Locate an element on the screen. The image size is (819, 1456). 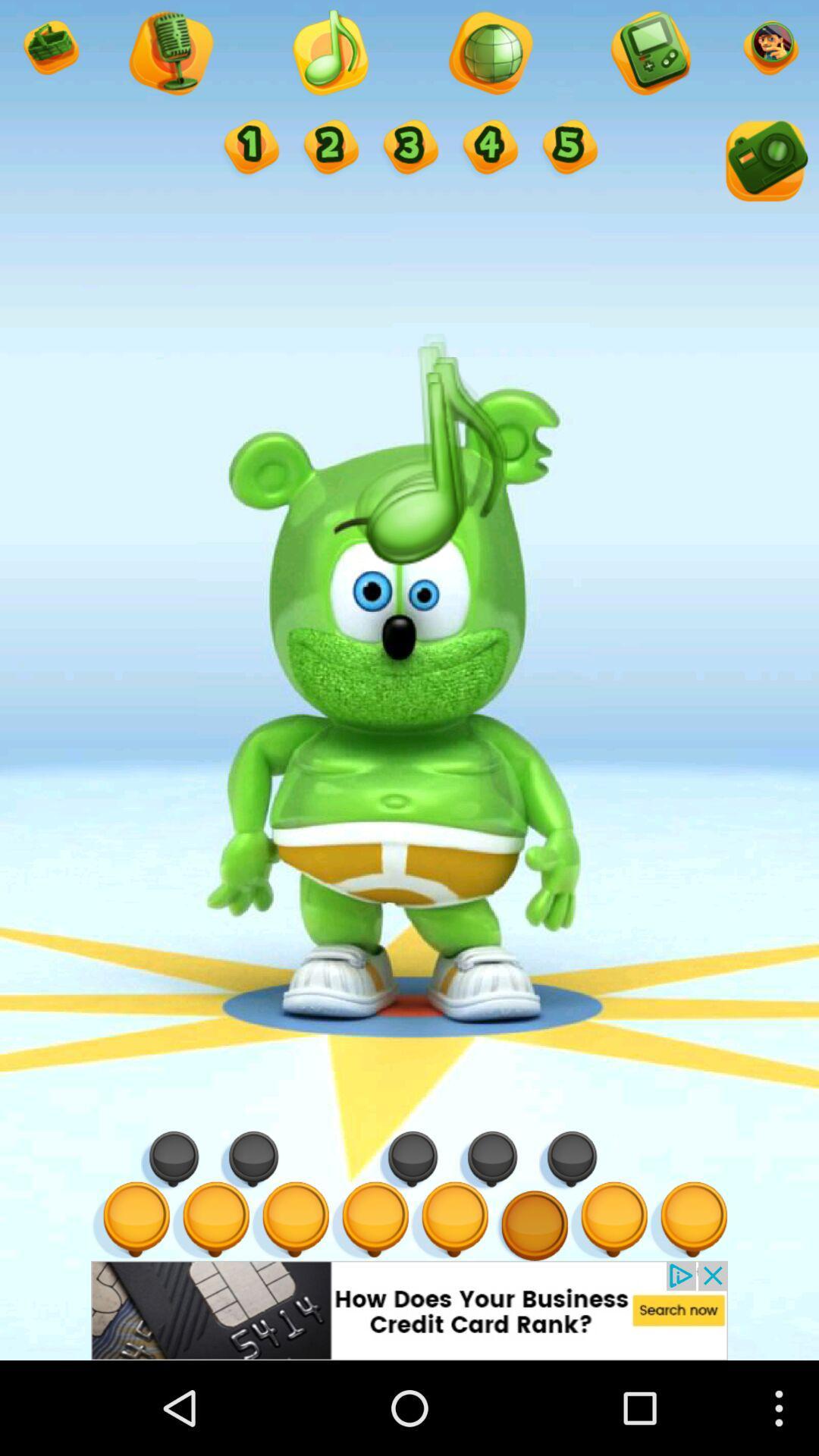
it is number 4 used to select a option as 4 is located at coordinates (488, 149).